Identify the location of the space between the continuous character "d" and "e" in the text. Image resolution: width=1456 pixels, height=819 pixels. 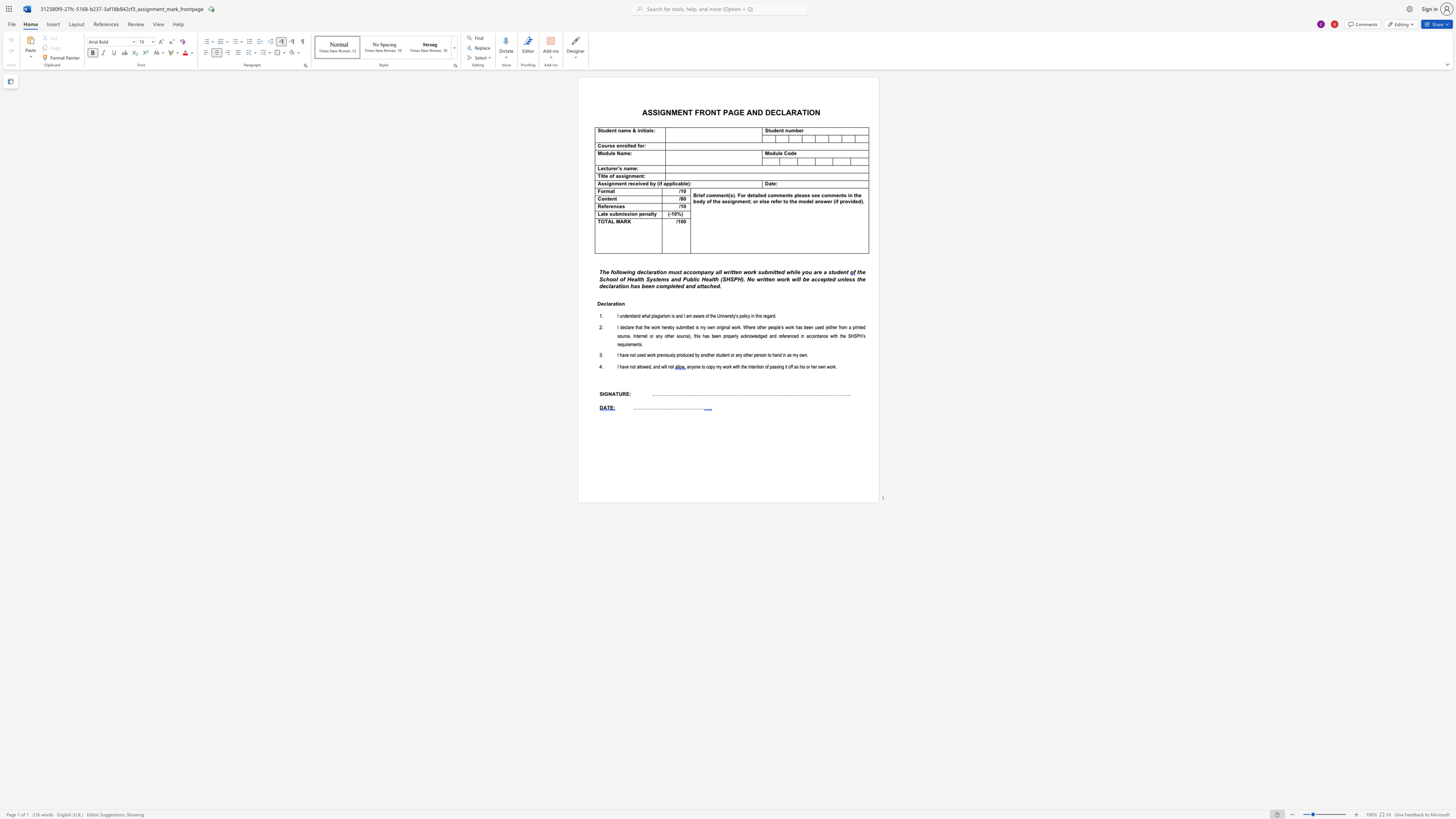
(775, 130).